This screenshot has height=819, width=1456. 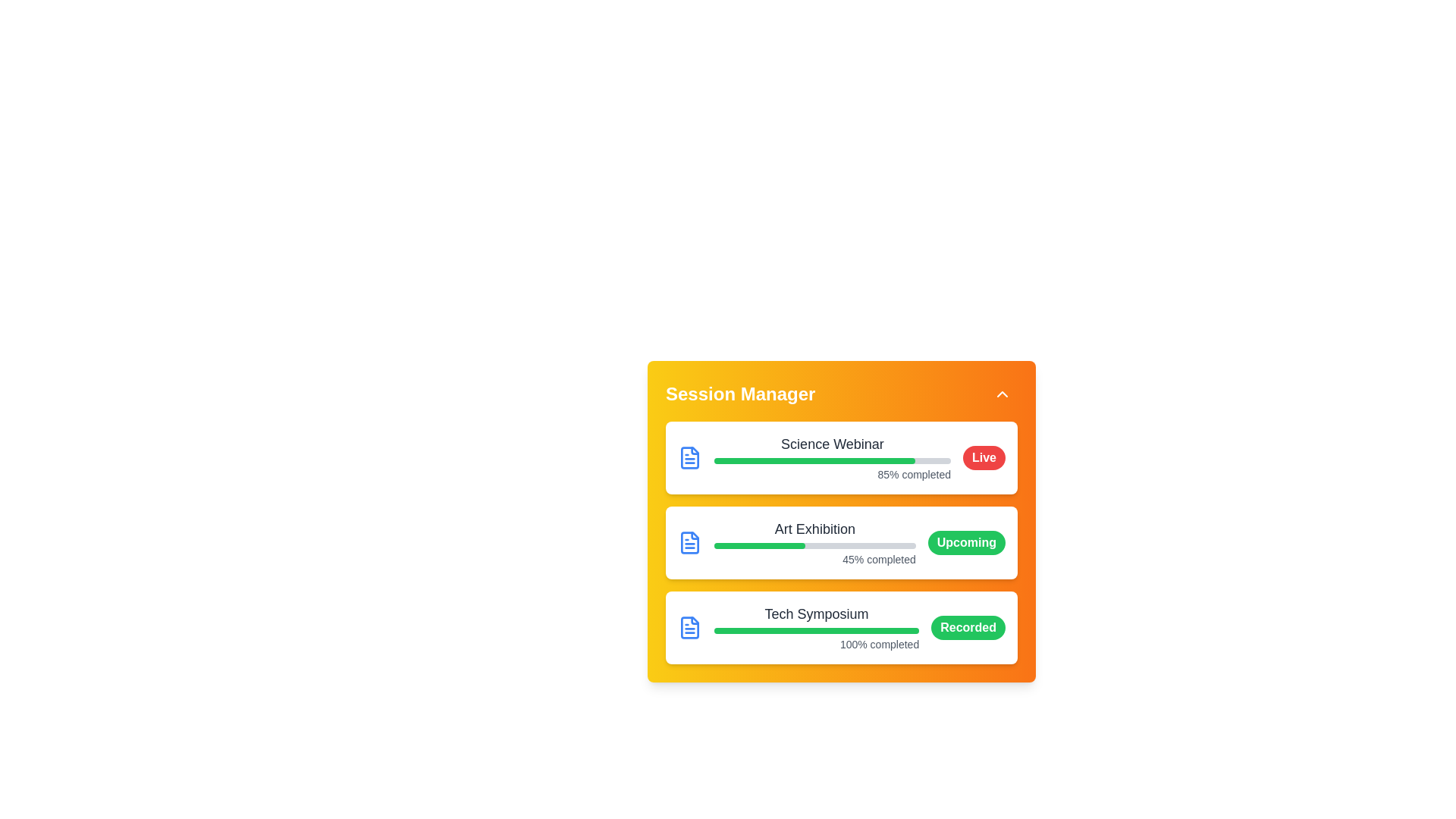 I want to click on the horizontal progress bar with a rounded green progress indicator located beneath the 'Tech Symposium' title and above the '100% completed' status label, so click(x=816, y=631).